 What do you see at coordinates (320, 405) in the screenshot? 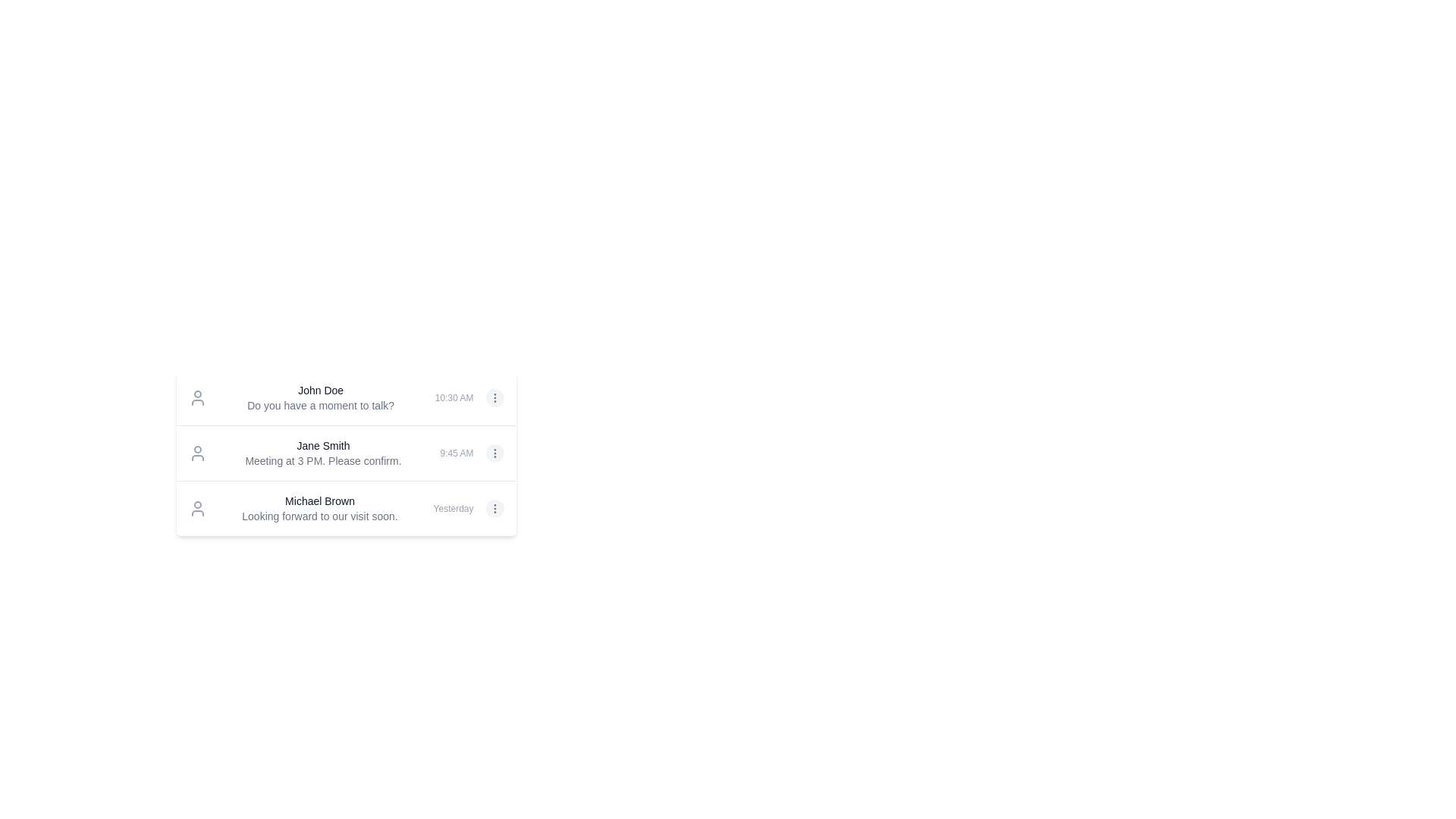
I see `displayed text from the Text Label located below 'John Doe' in the messaging interface` at bounding box center [320, 405].